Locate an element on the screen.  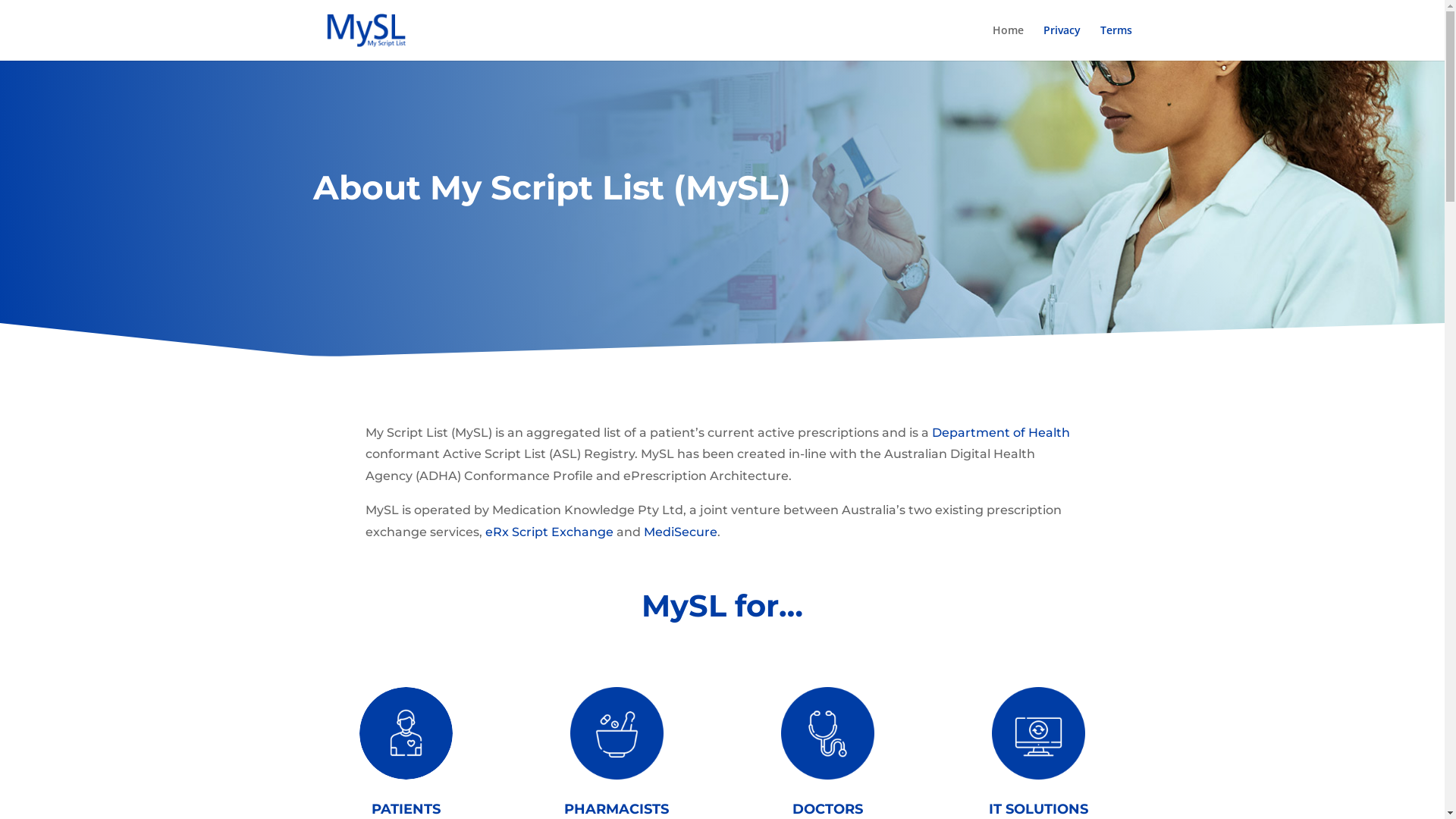
'Terms' is located at coordinates (1099, 42).